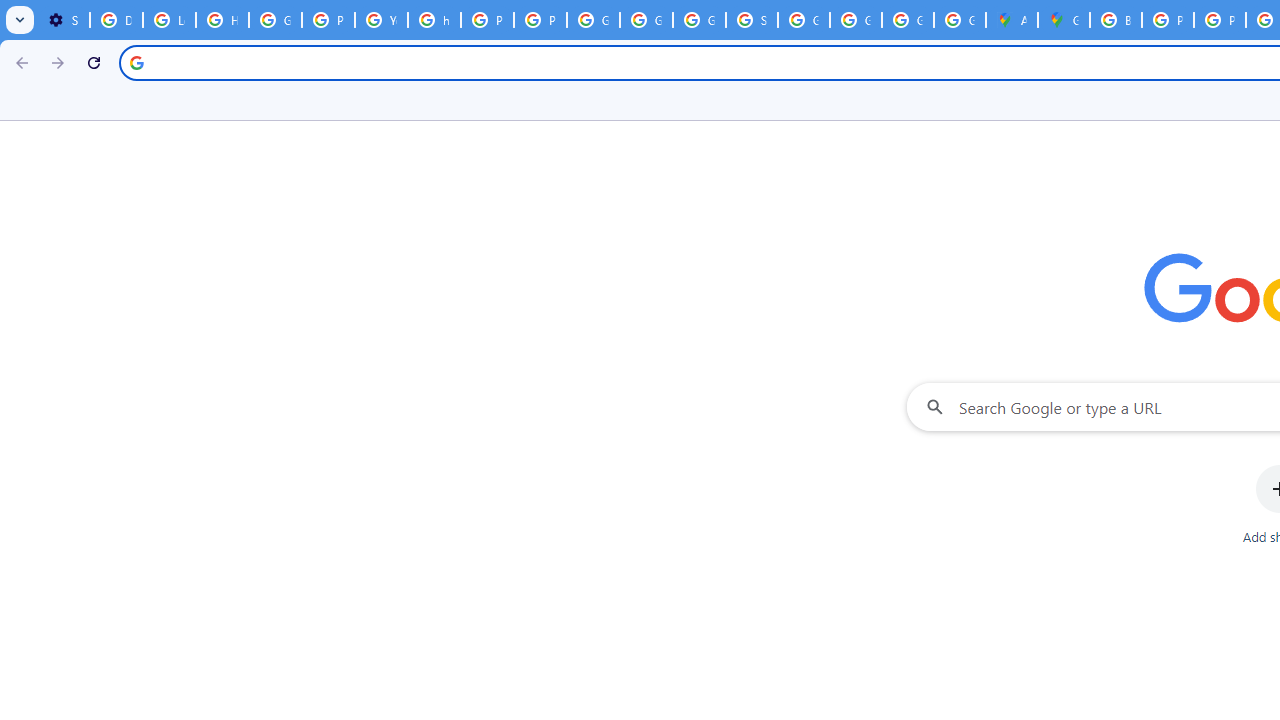 The image size is (1280, 720). I want to click on 'YouTube', so click(381, 20).